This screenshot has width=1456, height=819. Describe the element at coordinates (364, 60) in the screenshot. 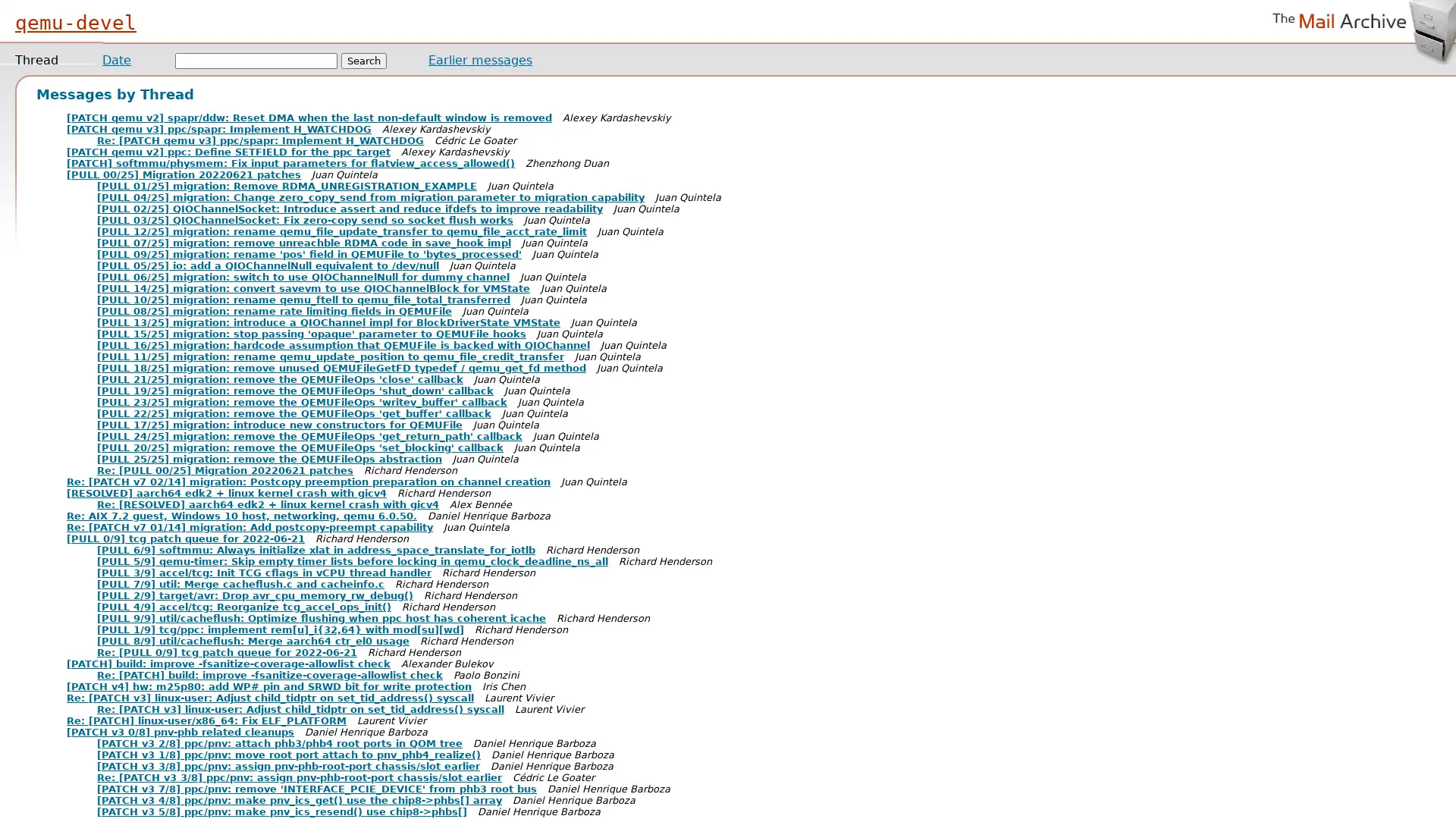

I see `Search` at that location.